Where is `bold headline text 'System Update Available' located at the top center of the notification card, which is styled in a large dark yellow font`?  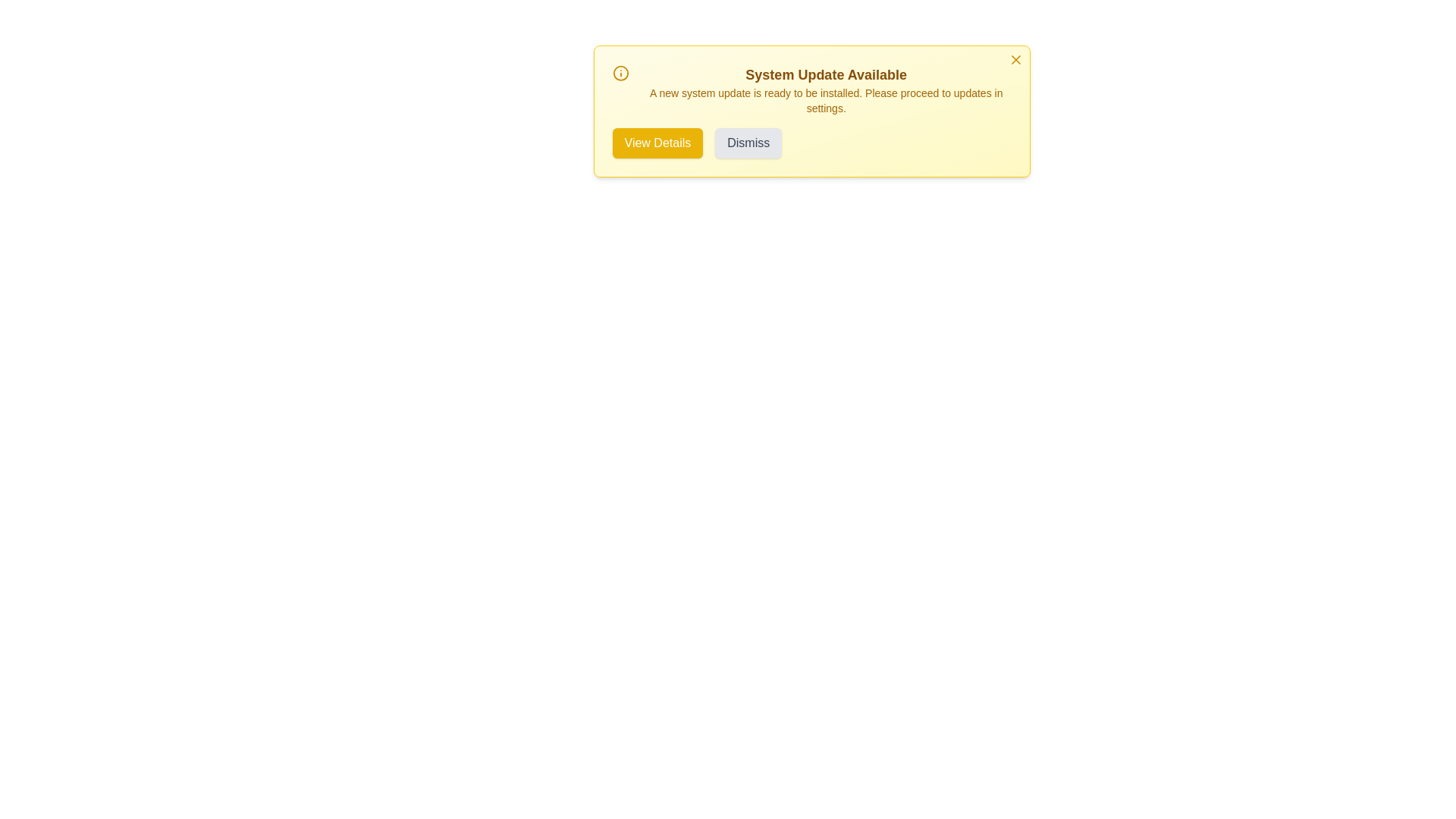 bold headline text 'System Update Available' located at the top center of the notification card, which is styled in a large dark yellow font is located at coordinates (825, 75).